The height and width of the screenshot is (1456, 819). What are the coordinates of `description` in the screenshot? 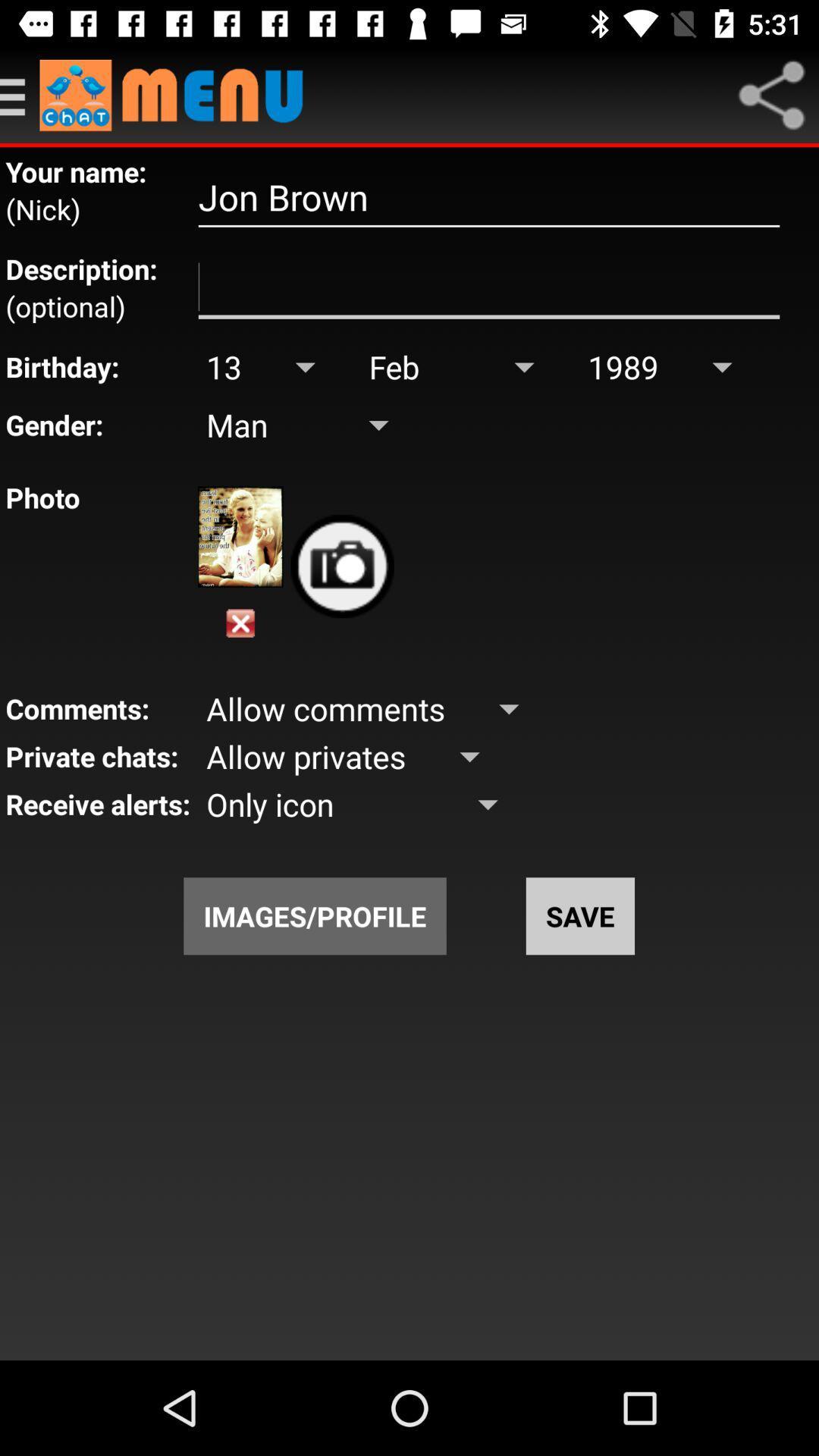 It's located at (488, 287).